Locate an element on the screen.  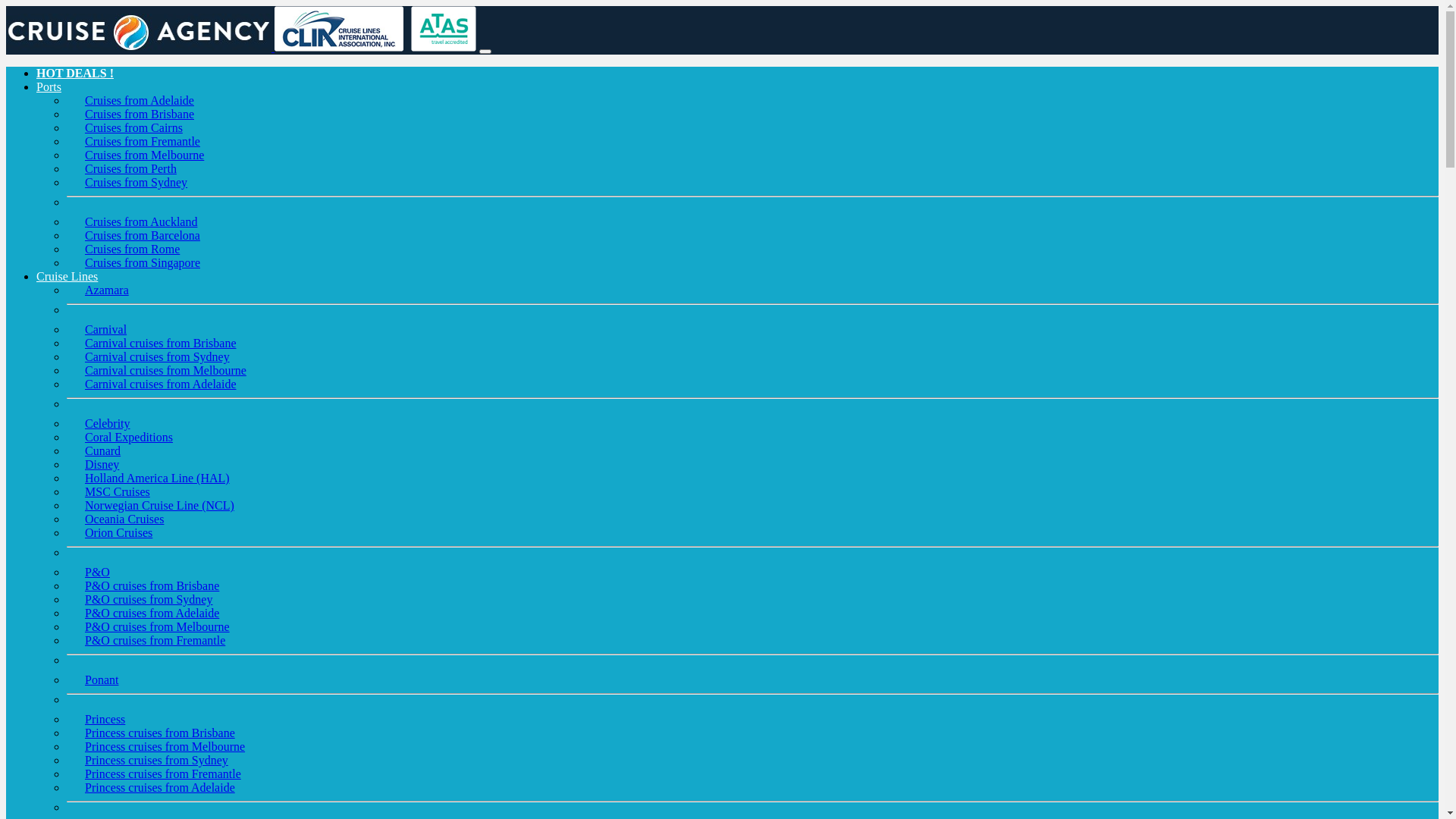
'MSC Cruises' is located at coordinates (65, 491).